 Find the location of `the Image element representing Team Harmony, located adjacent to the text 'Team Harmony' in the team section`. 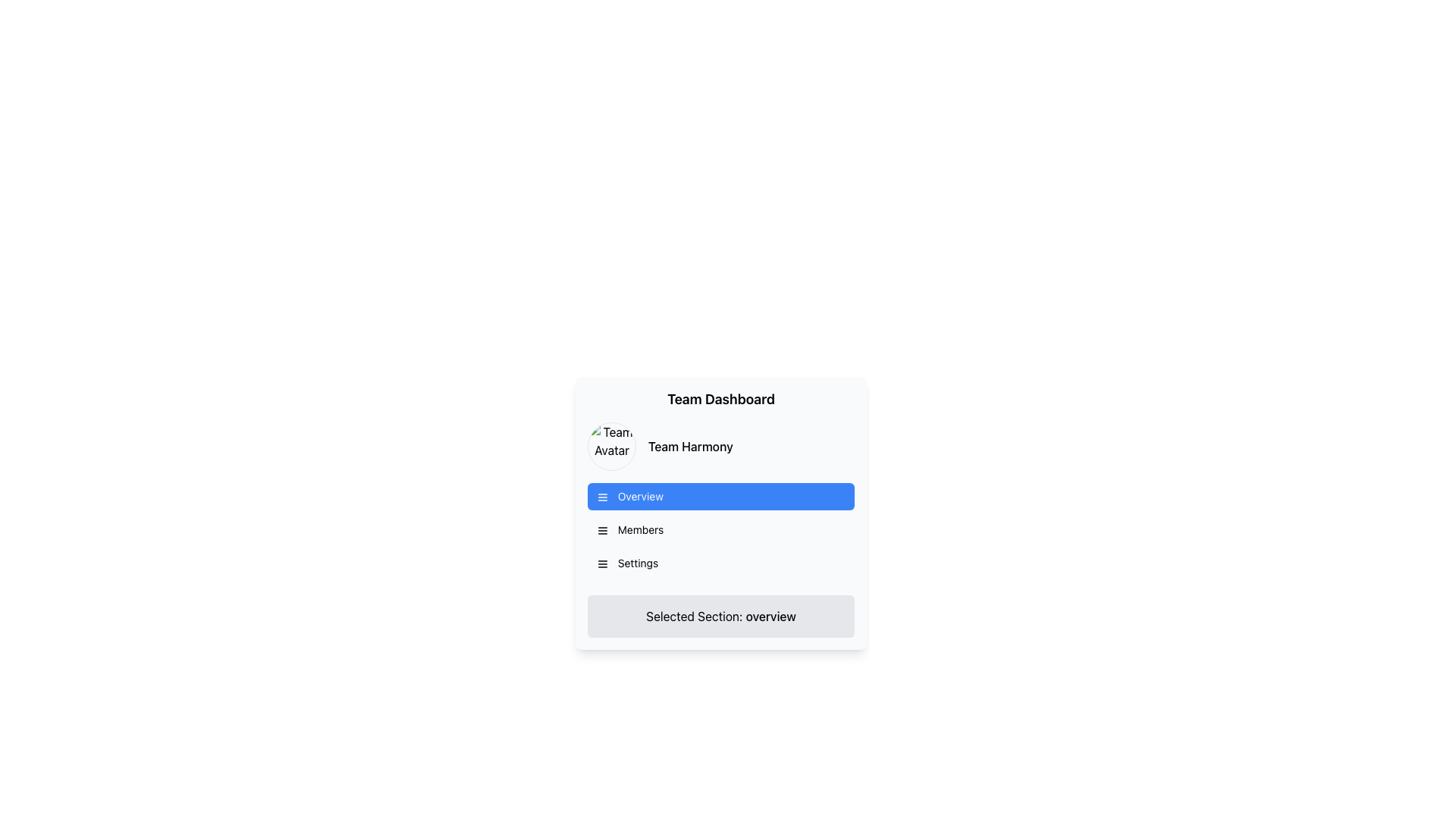

the Image element representing Team Harmony, located adjacent to the text 'Team Harmony' in the team section is located at coordinates (611, 446).